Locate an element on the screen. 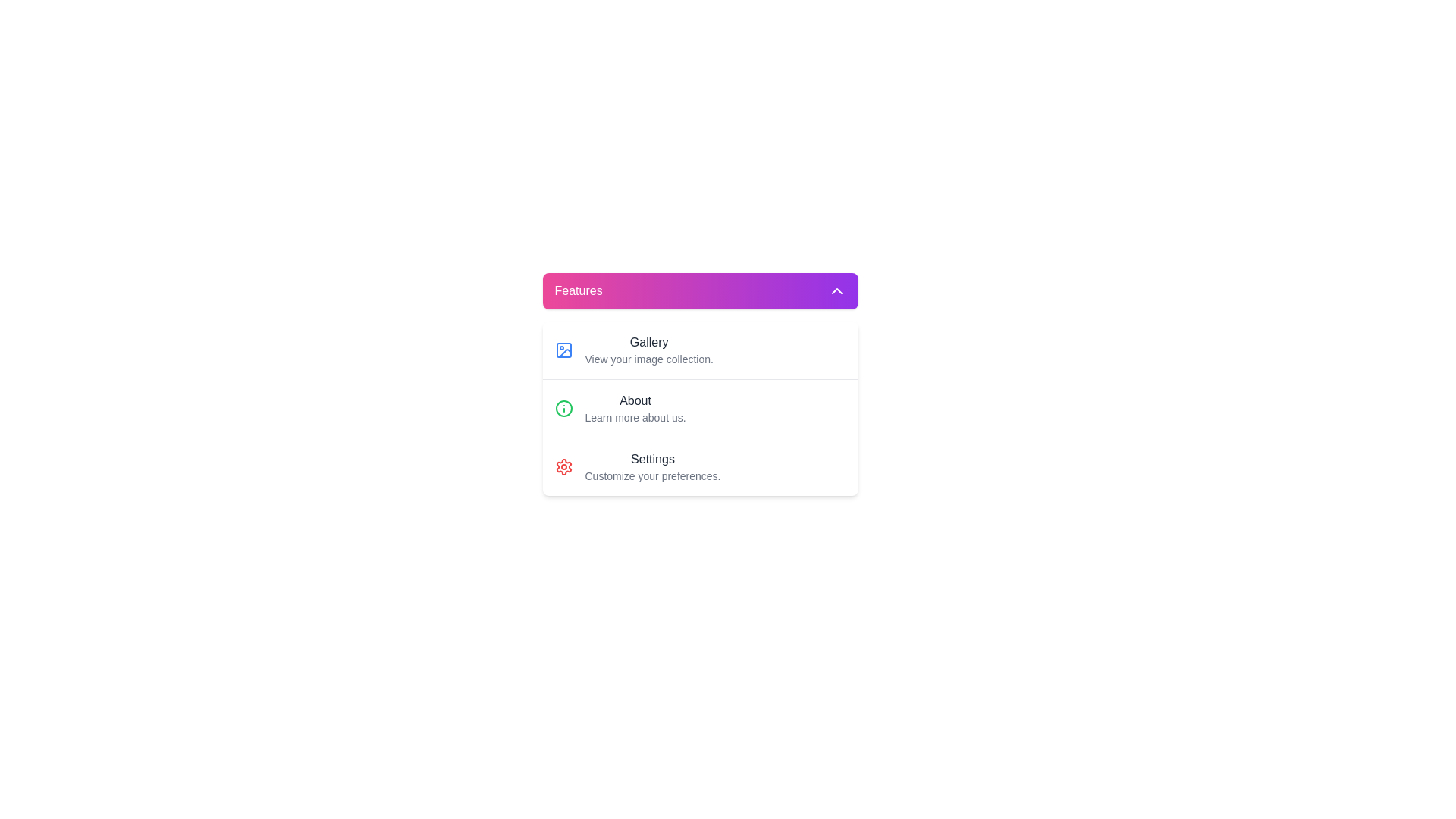 The width and height of the screenshot is (1456, 819). the 'Gallery' button, which is a blue rectangular component with an image icon and labeled in bold black font is located at coordinates (699, 350).